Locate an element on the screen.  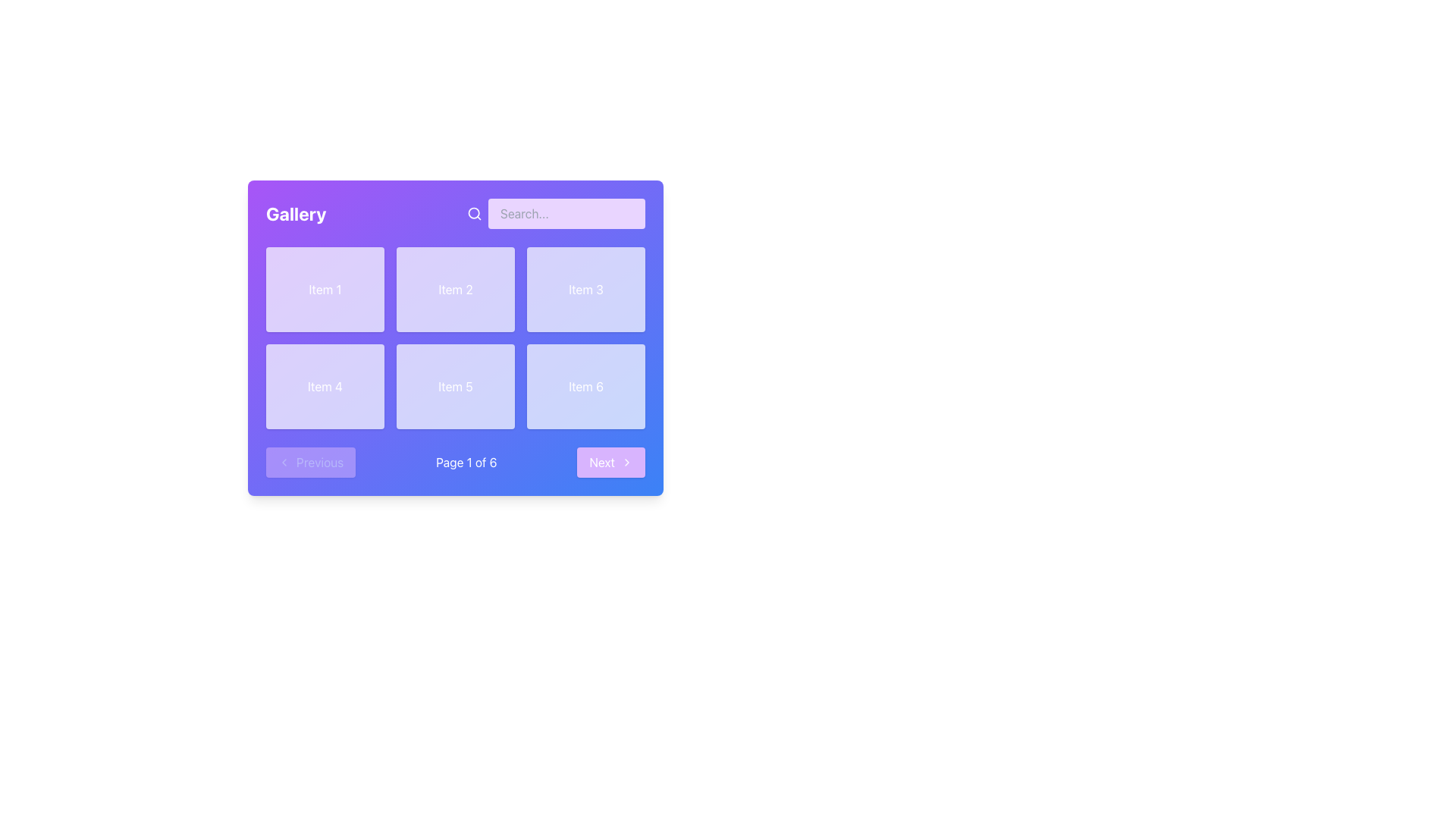
the static text label reading 'Page 1 of 6', which is centered in the bottom navigation bar between the 'Previous' and 'Next' buttons is located at coordinates (466, 461).